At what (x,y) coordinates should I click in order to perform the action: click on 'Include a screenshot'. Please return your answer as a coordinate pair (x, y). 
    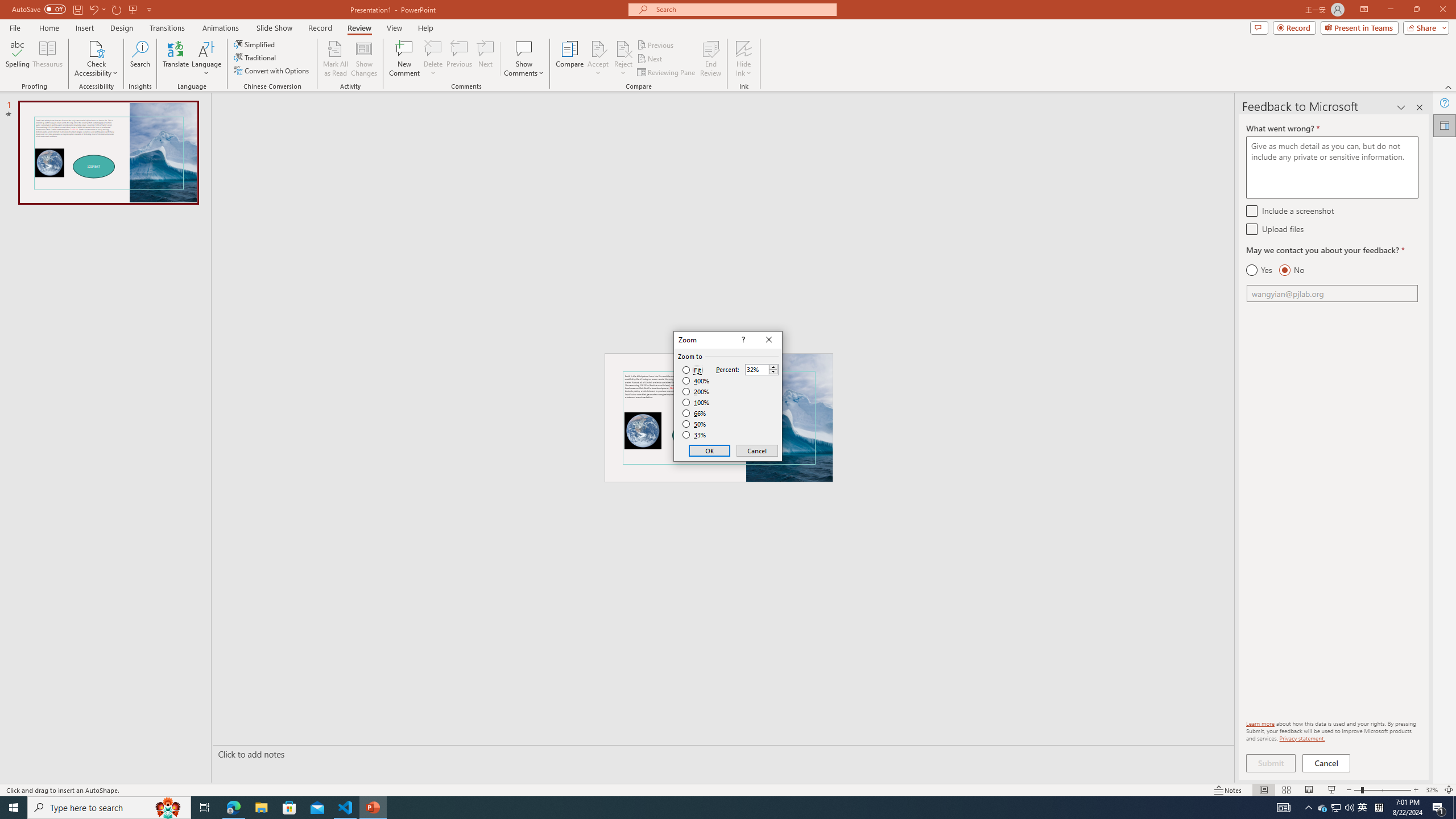
    Looking at the image, I should click on (1251, 210).